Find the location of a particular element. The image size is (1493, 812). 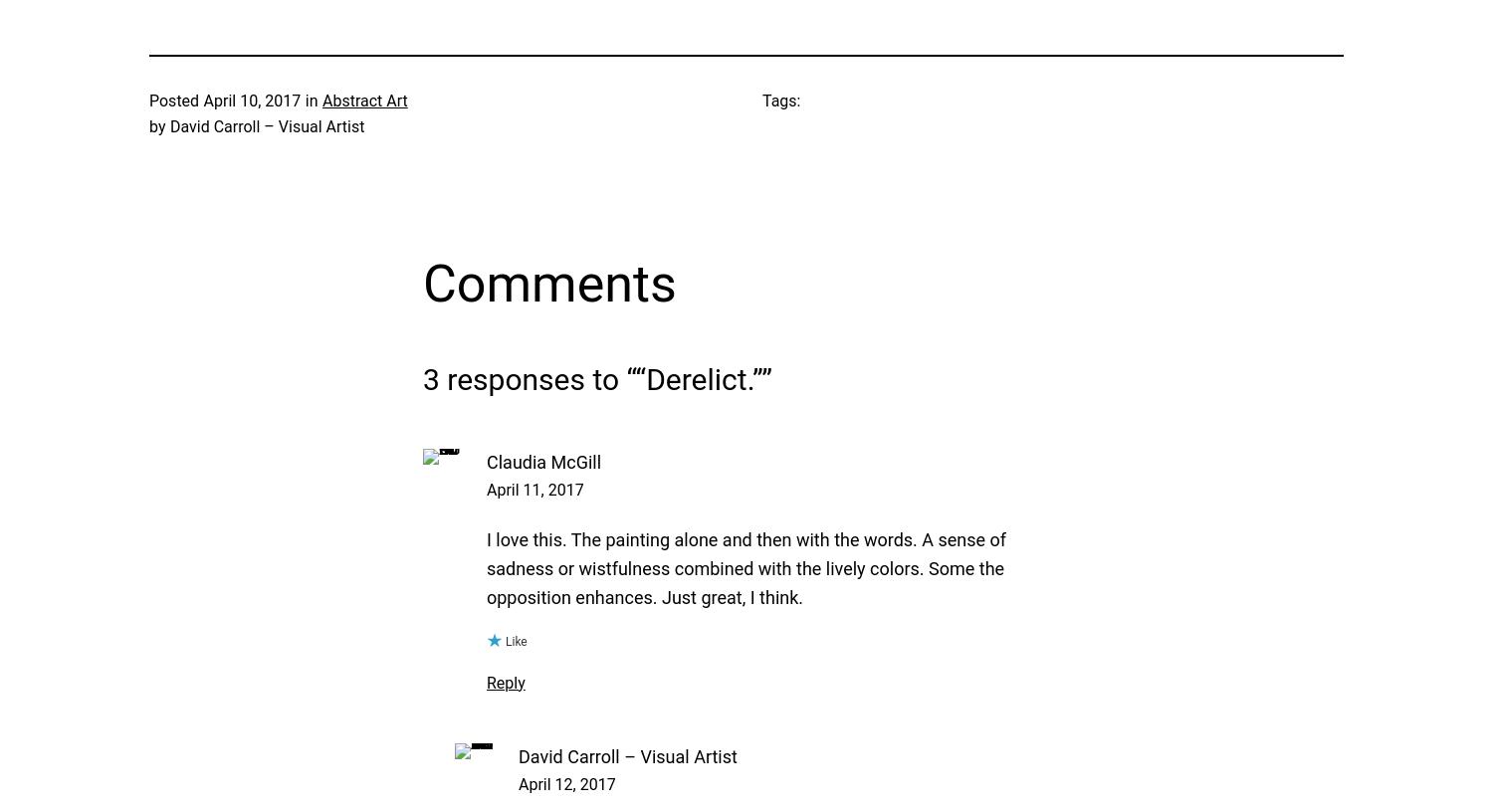

'April 11, 2017' is located at coordinates (534, 488).